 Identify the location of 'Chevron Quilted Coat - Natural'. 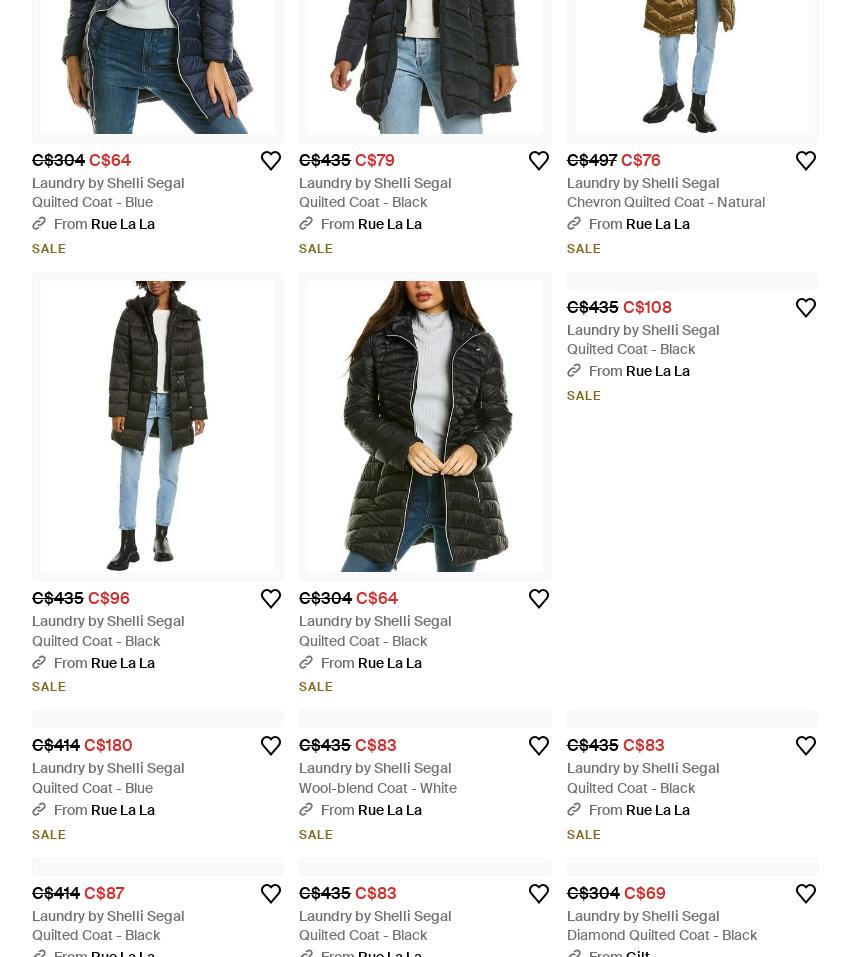
(665, 201).